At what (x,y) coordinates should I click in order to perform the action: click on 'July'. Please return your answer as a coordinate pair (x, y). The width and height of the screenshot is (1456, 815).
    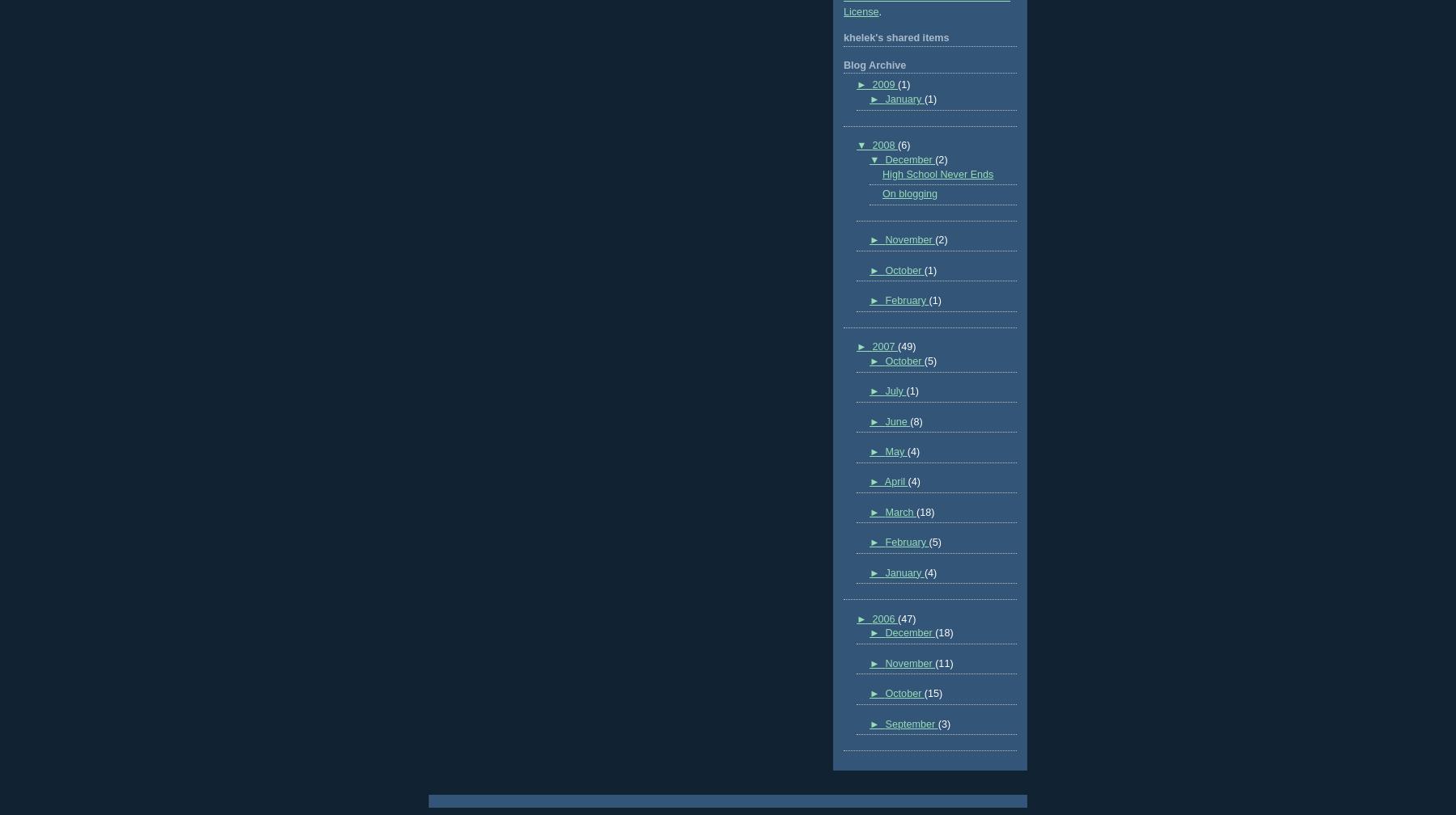
    Looking at the image, I should click on (895, 391).